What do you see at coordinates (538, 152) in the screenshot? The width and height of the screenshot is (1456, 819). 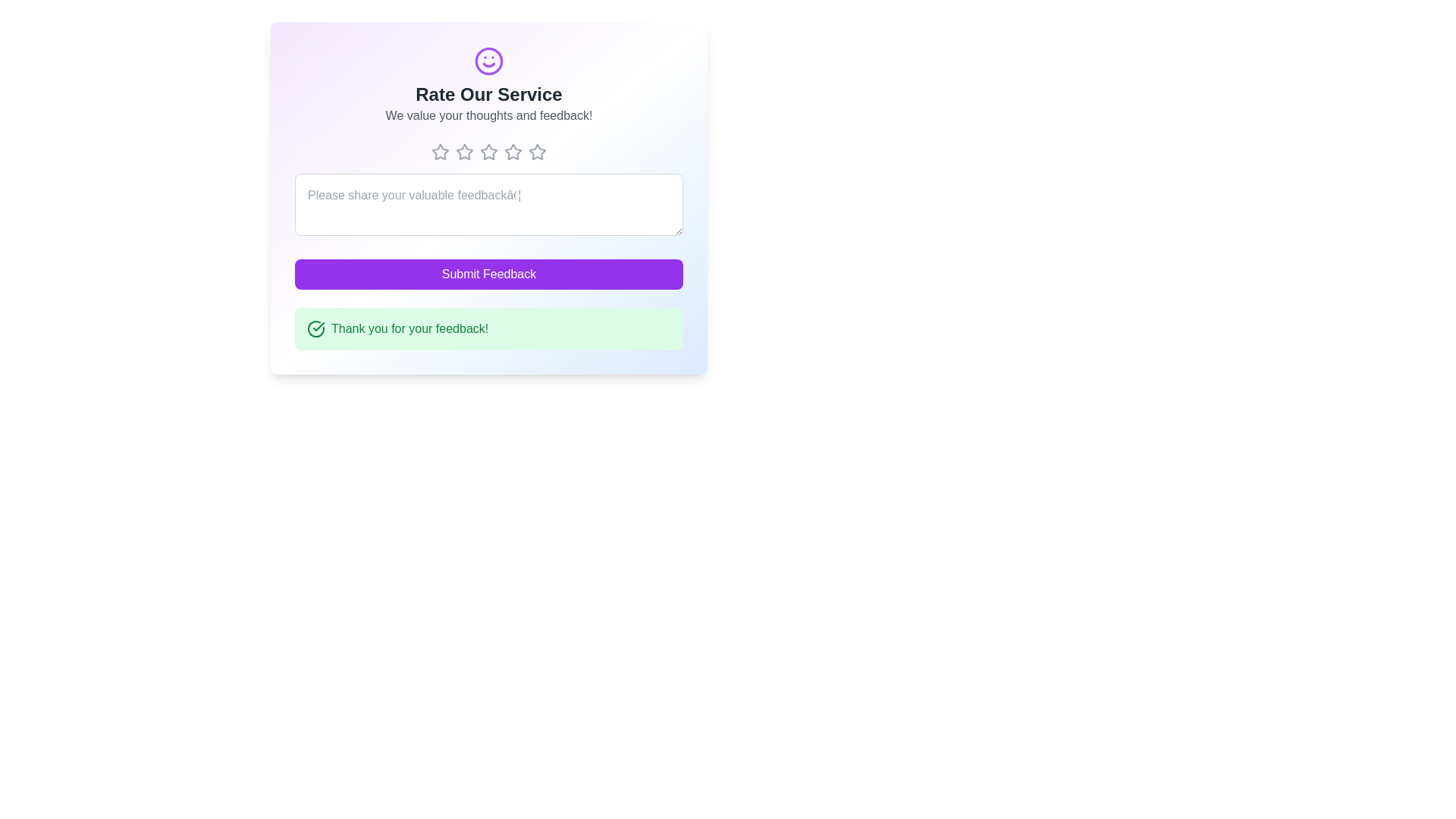 I see `the fourth star icon in the five-star rating system` at bounding box center [538, 152].